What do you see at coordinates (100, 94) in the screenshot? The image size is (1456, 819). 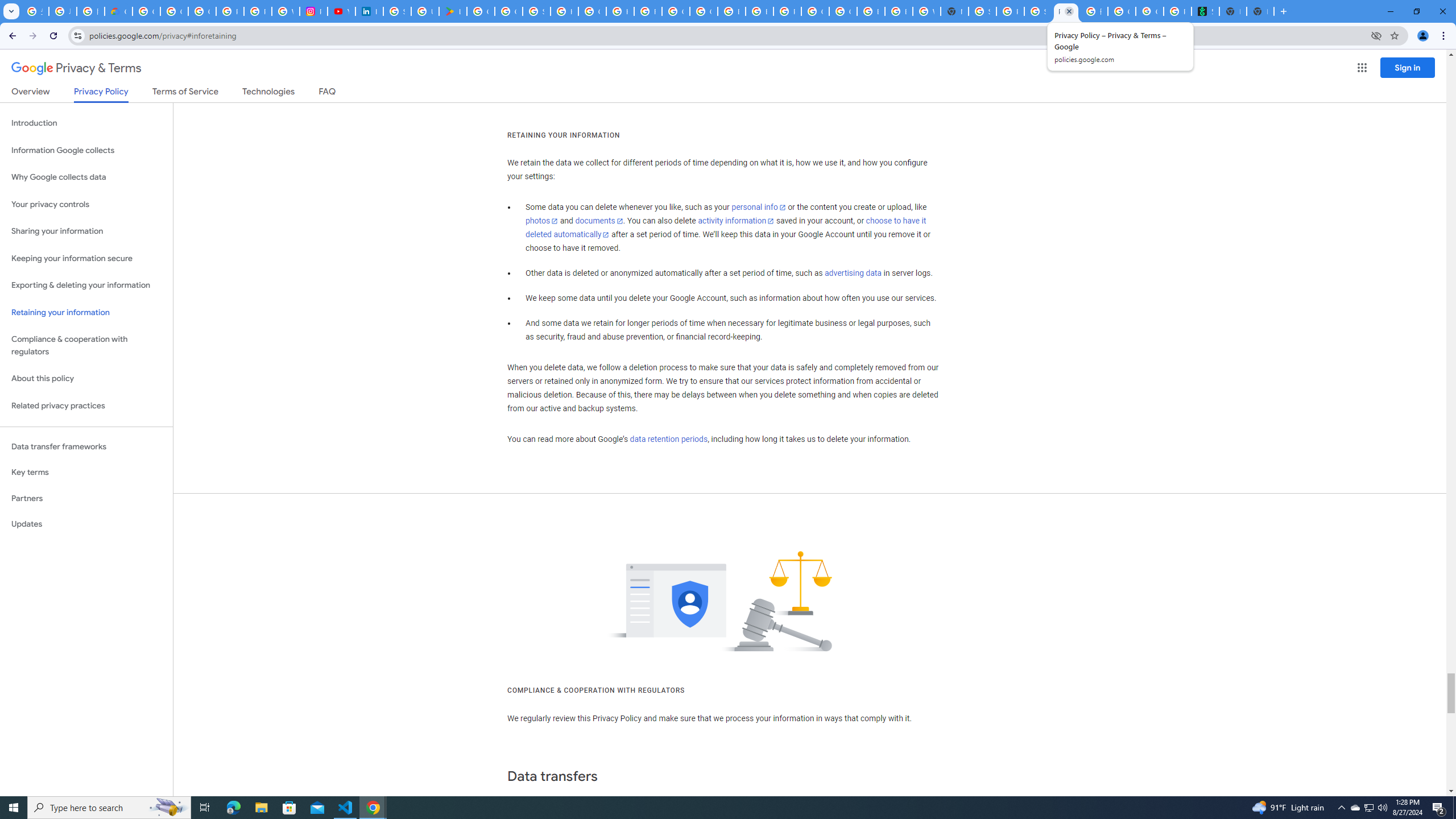 I see `'Privacy Policy'` at bounding box center [100, 94].